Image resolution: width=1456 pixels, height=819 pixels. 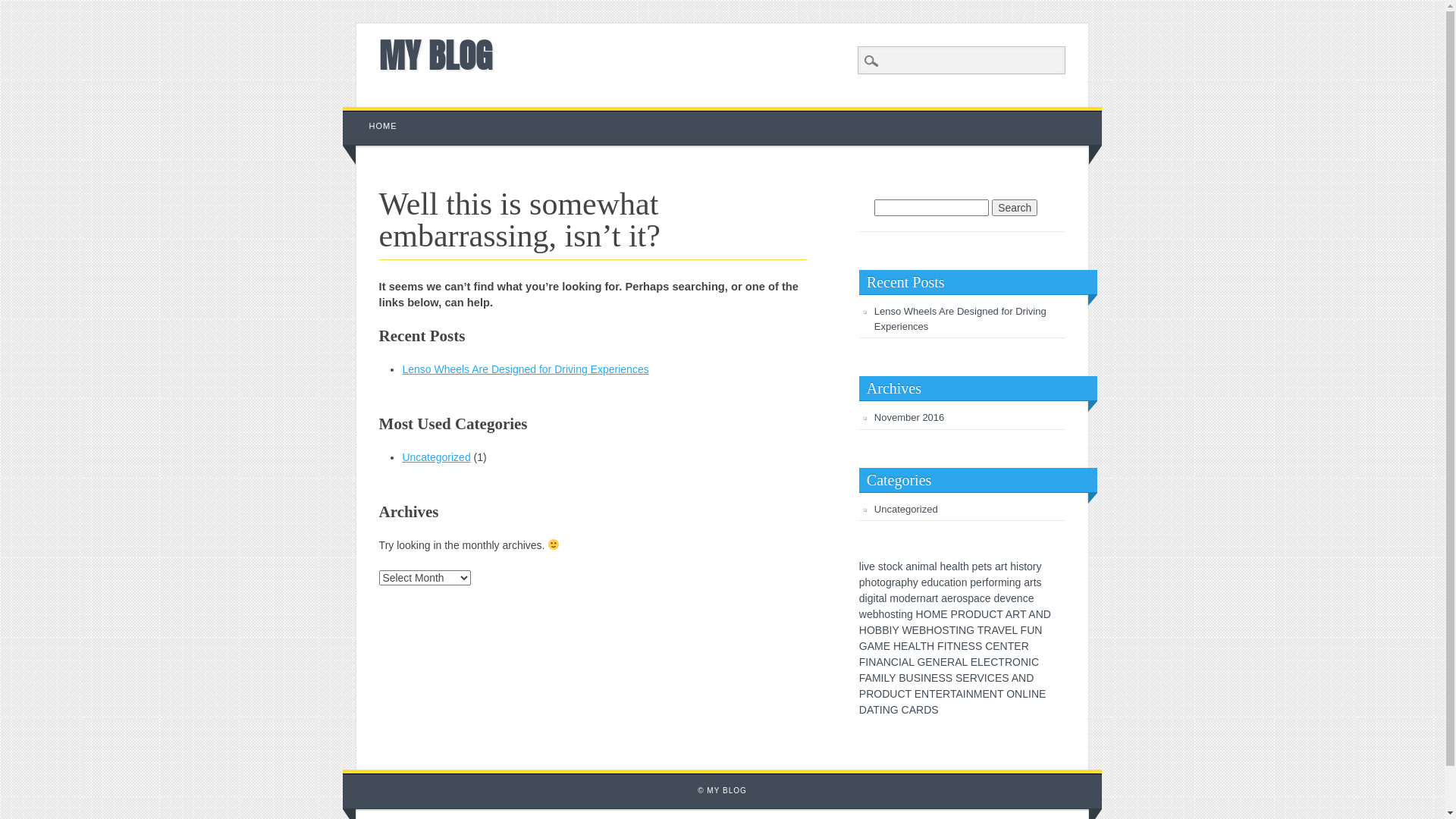 What do you see at coordinates (1002, 598) in the screenshot?
I see `'e'` at bounding box center [1002, 598].